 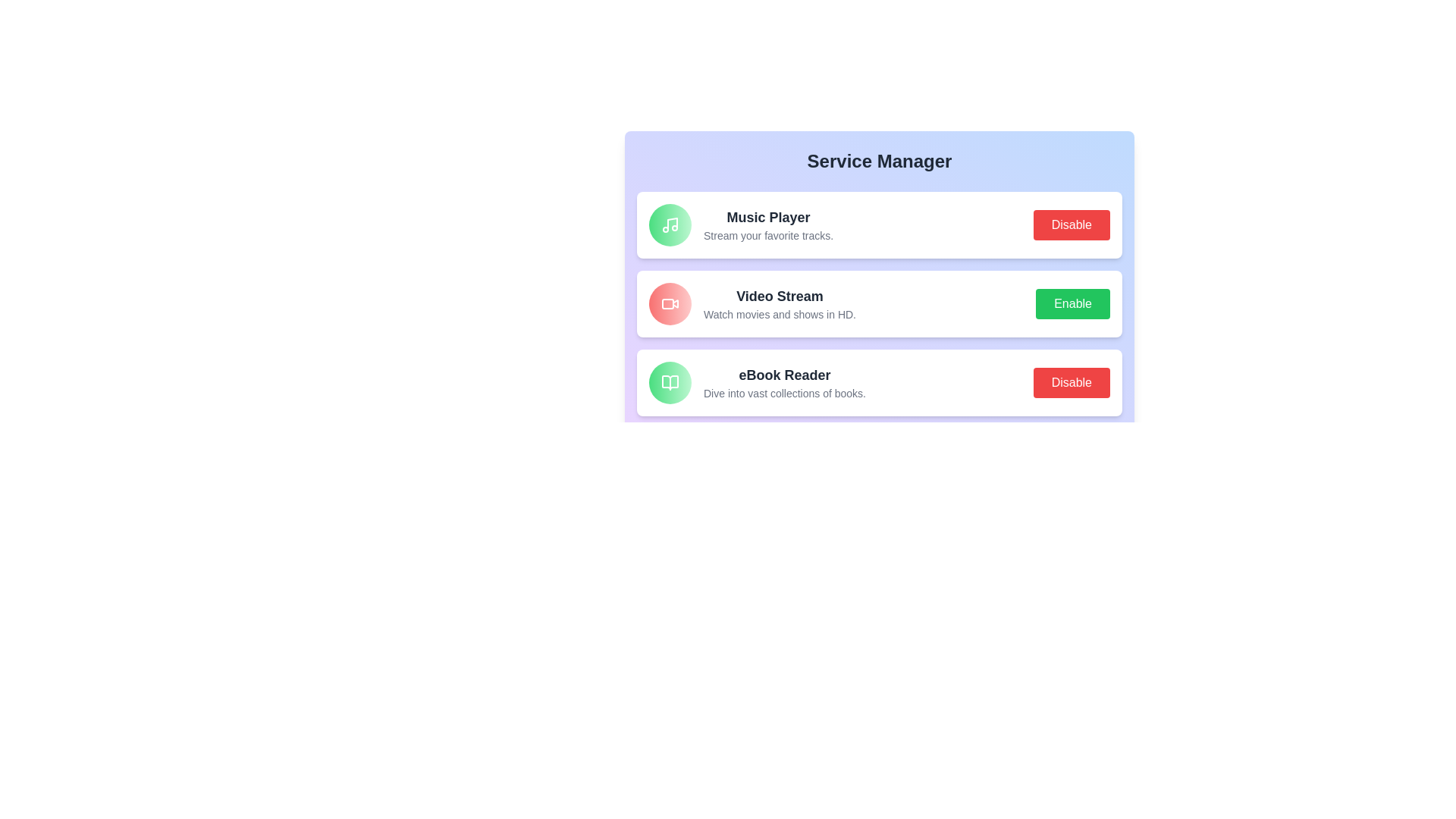 What do you see at coordinates (669, 304) in the screenshot?
I see `the icon of the service Video Stream` at bounding box center [669, 304].